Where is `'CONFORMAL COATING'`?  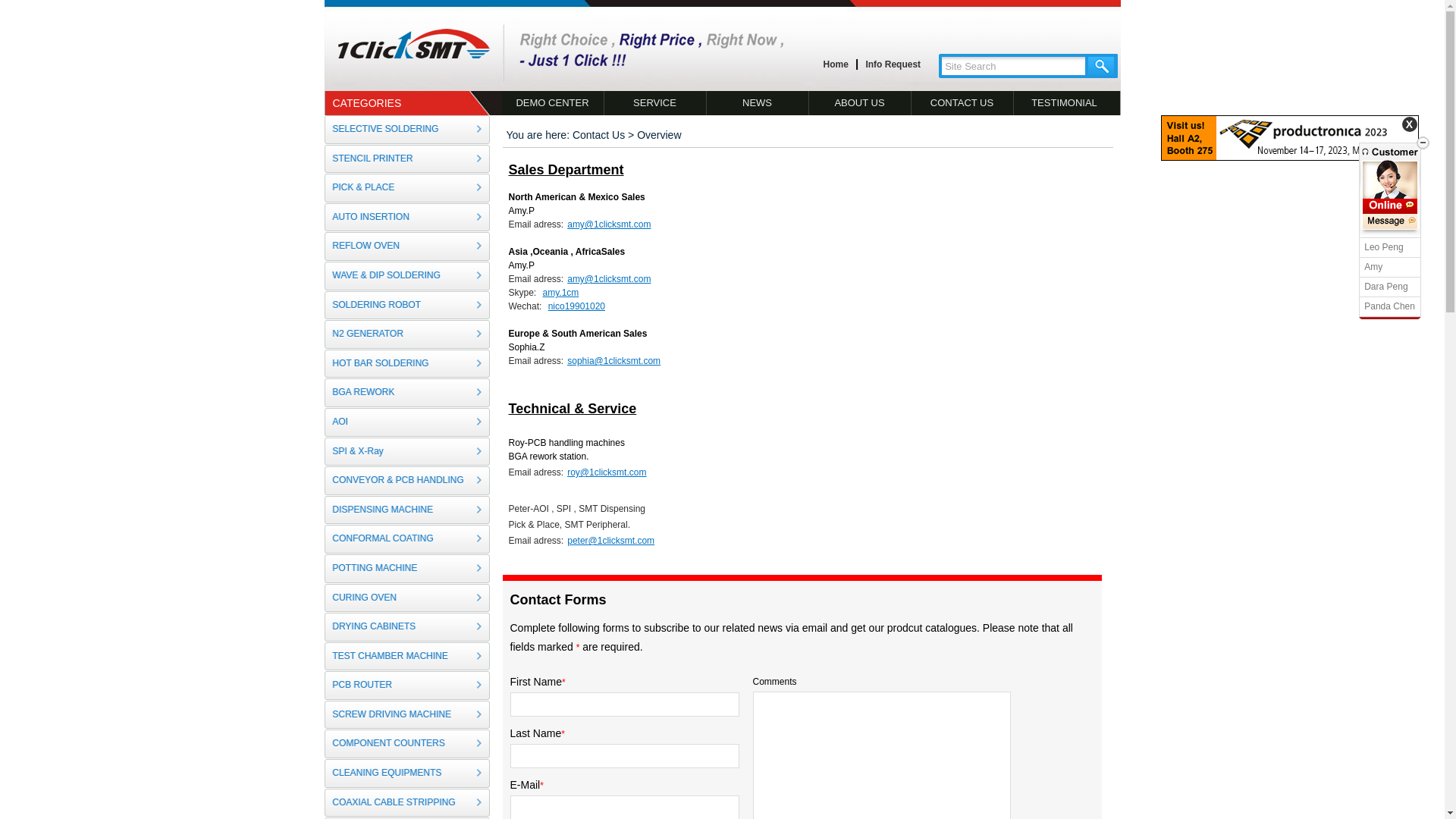
'CONFORMAL COATING' is located at coordinates (407, 538).